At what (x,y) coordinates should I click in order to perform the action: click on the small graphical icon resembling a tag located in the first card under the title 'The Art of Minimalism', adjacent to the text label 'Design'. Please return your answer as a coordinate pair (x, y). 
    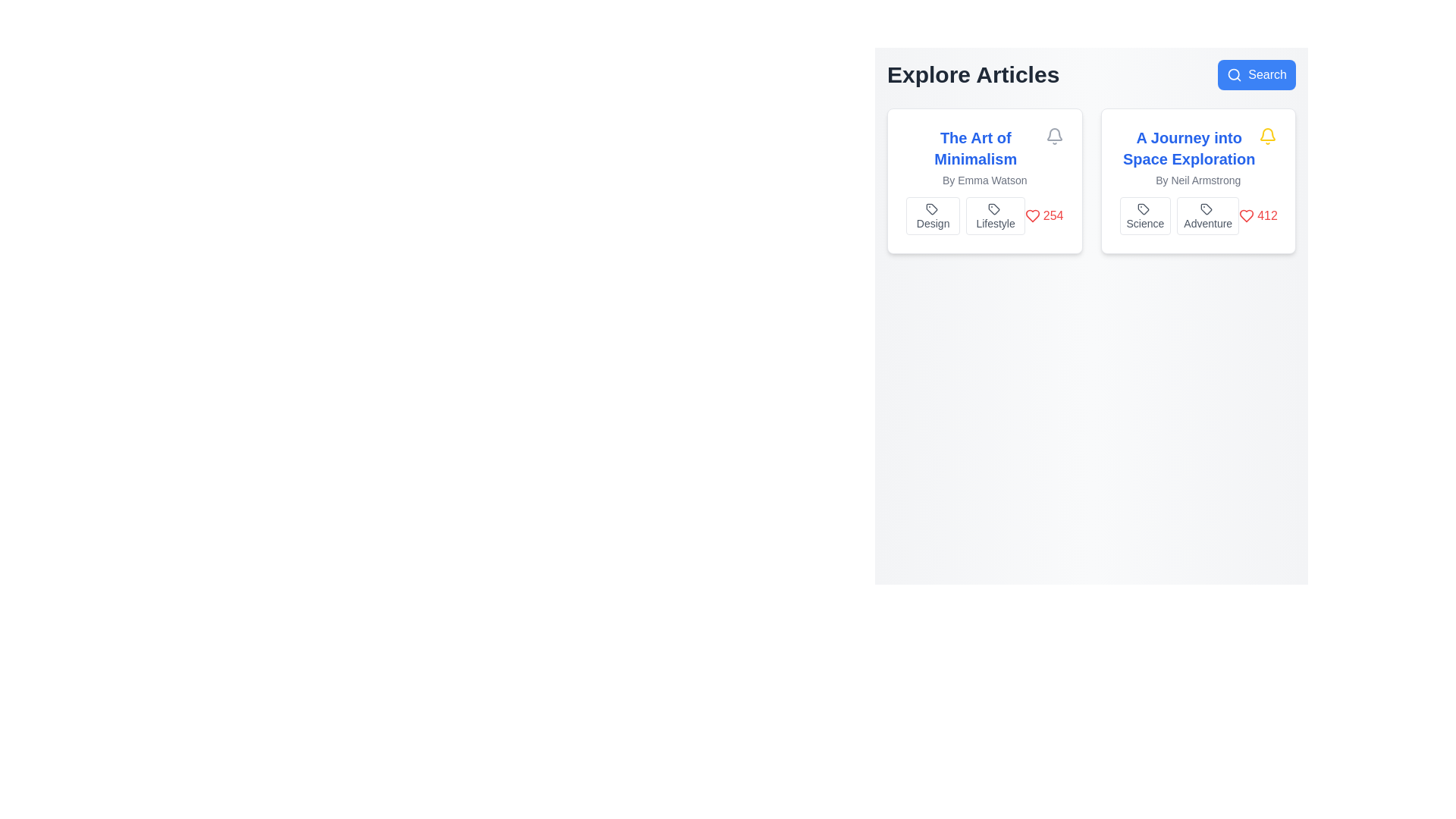
    Looking at the image, I should click on (930, 209).